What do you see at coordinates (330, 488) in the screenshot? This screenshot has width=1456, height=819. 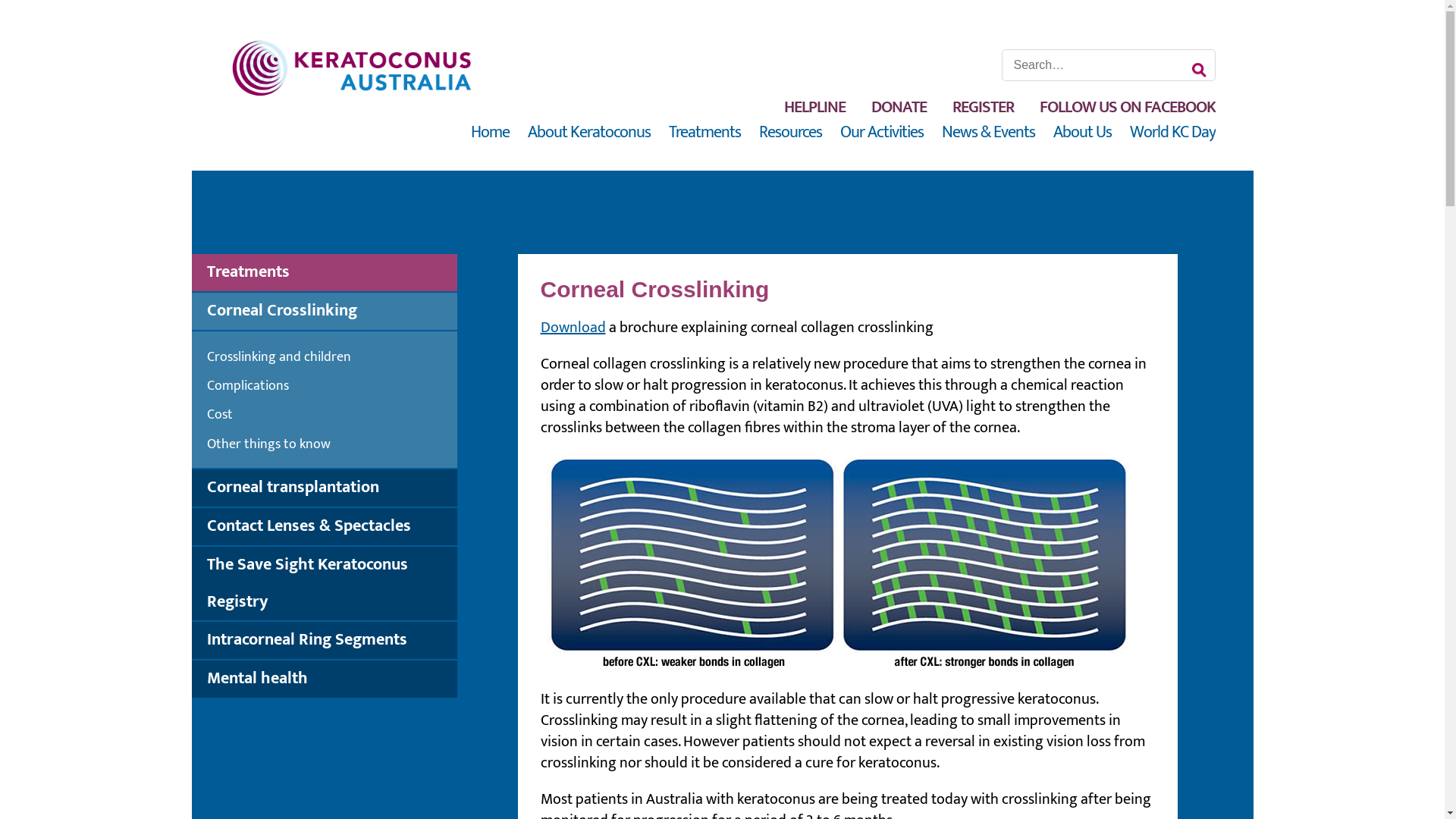 I see `'Corneal transplantation'` at bounding box center [330, 488].